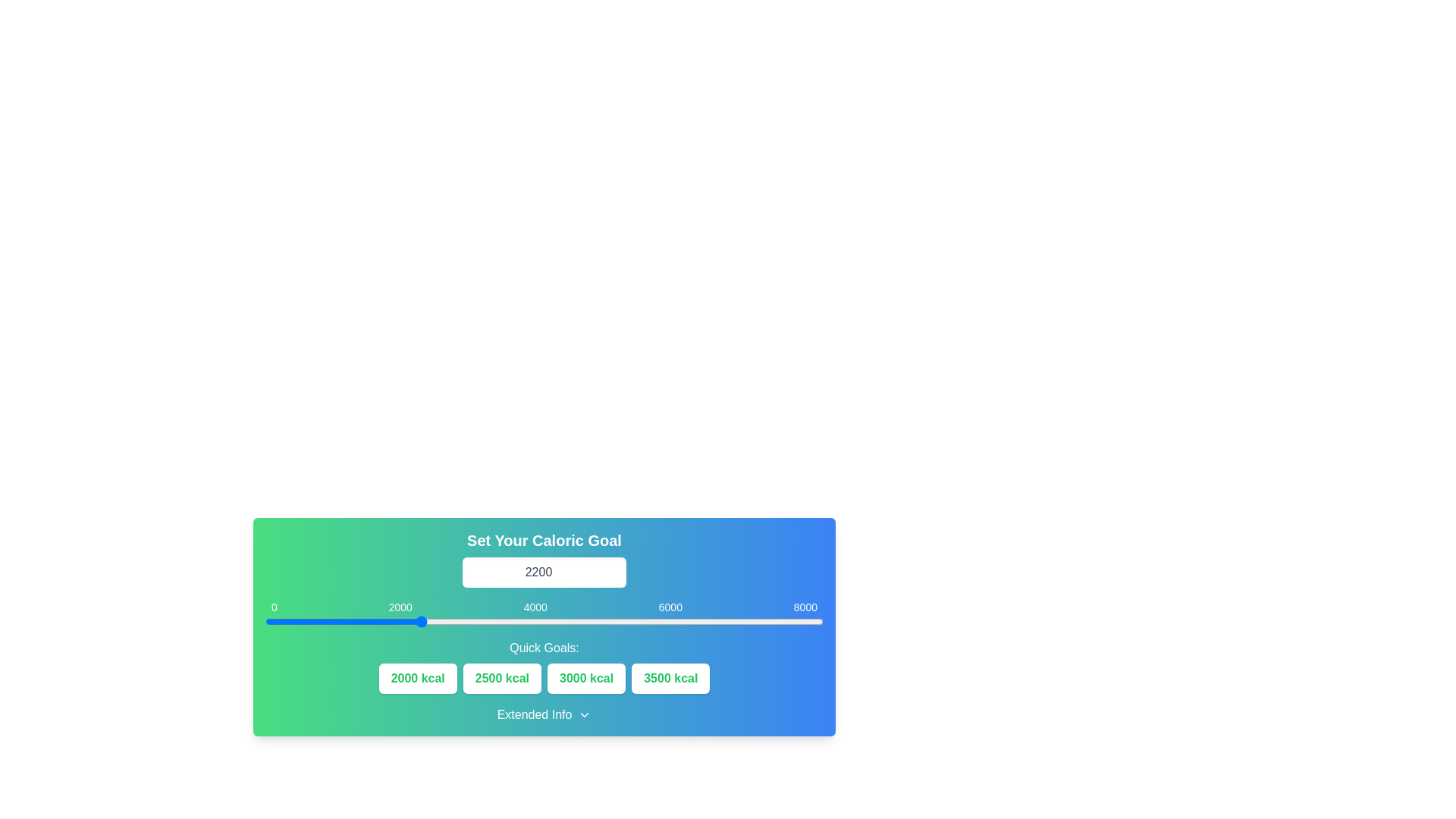  I want to click on the downward-pointing arrow icon, which is styled with thin strokes and rounded edges, located to the immediate right of the 'Extended Info' text label at the bottom of the section, so click(584, 714).